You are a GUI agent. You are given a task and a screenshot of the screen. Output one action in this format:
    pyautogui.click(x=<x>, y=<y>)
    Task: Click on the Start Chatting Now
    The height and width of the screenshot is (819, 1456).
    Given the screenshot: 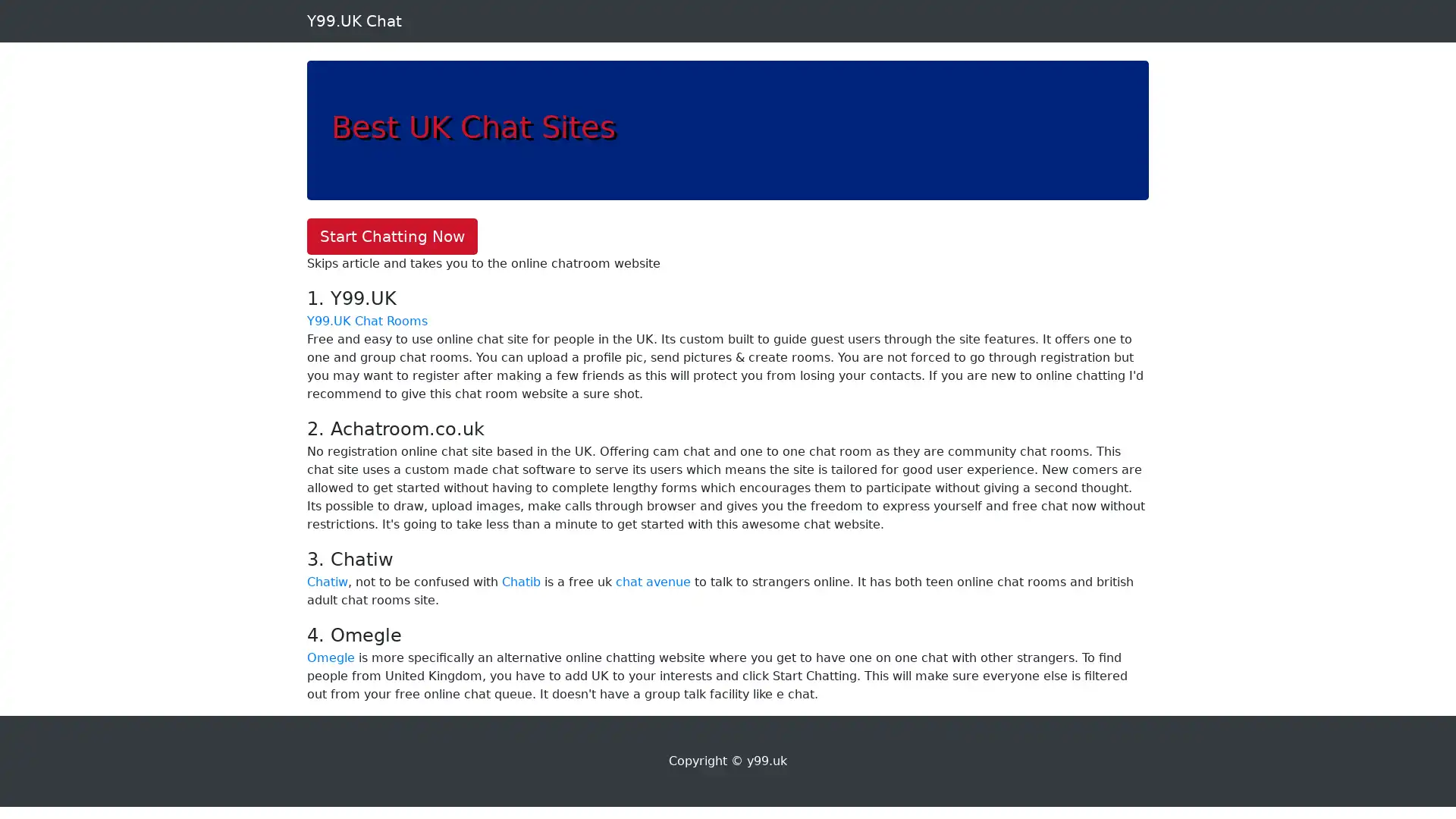 What is the action you would take?
    pyautogui.click(x=392, y=237)
    